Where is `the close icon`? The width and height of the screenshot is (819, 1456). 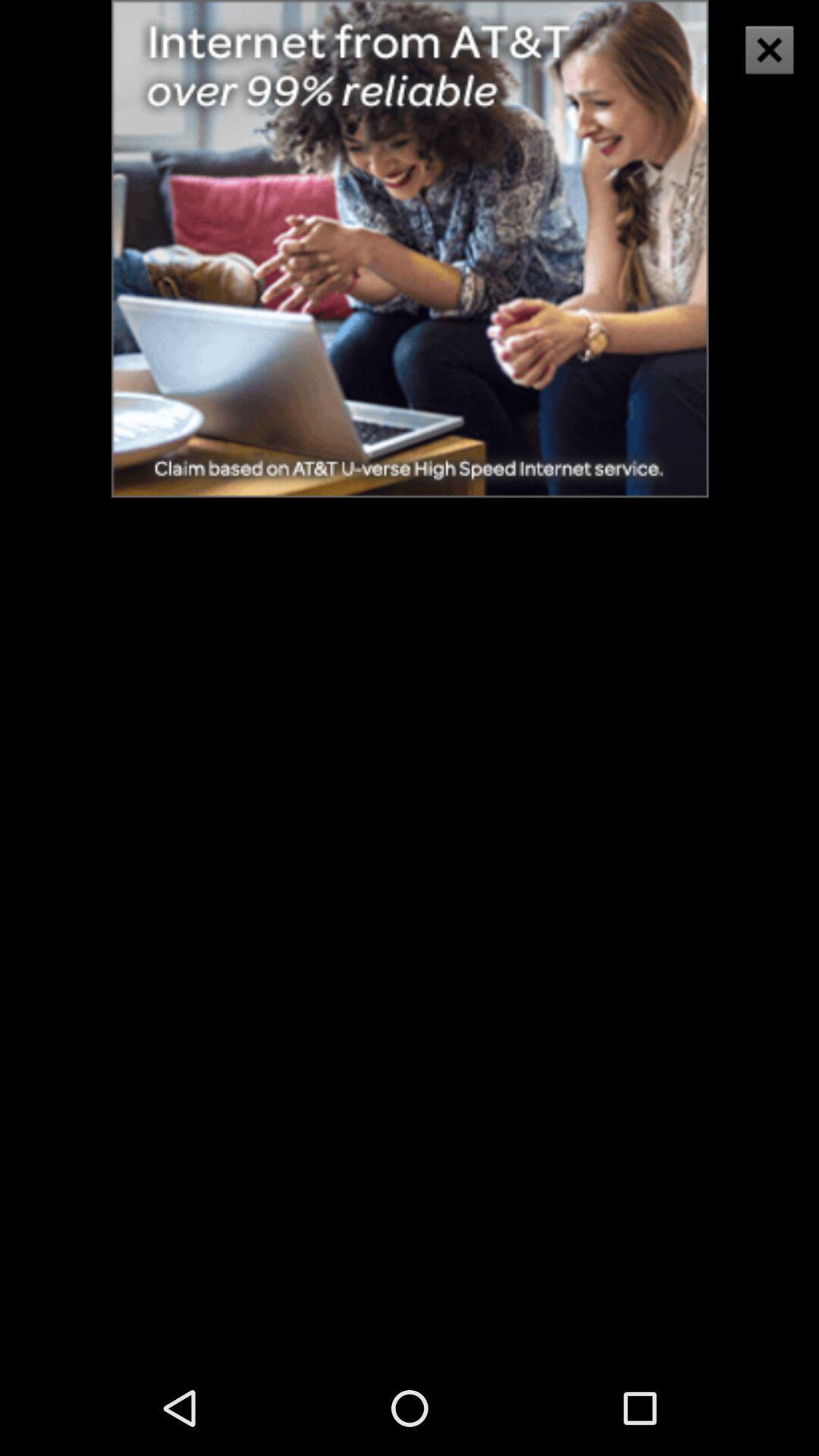
the close icon is located at coordinates (769, 53).